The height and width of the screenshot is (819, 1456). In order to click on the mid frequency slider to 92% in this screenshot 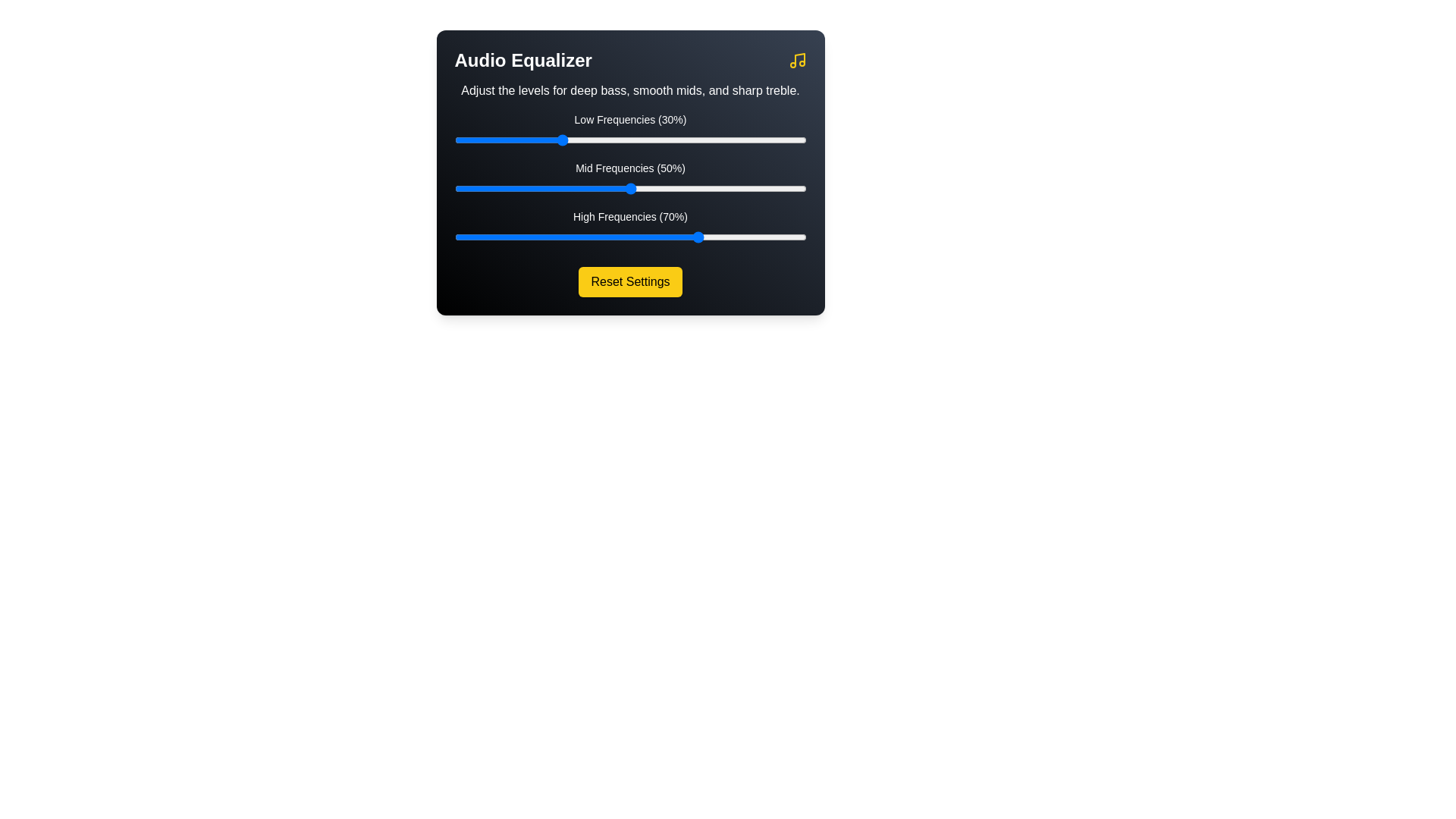, I will do `click(778, 188)`.